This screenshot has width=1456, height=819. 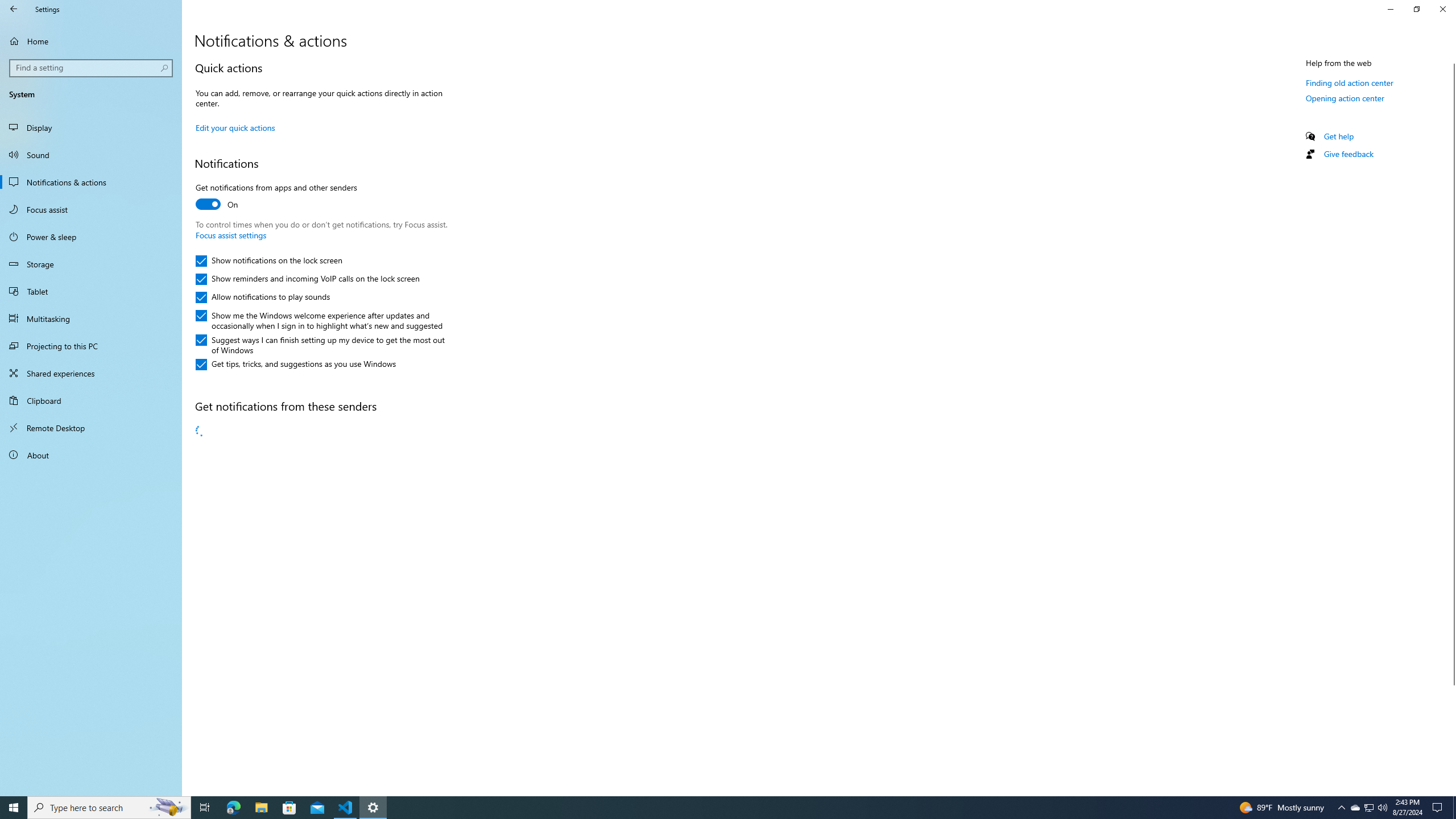 I want to click on 'Close Settings', so click(x=1442, y=9).